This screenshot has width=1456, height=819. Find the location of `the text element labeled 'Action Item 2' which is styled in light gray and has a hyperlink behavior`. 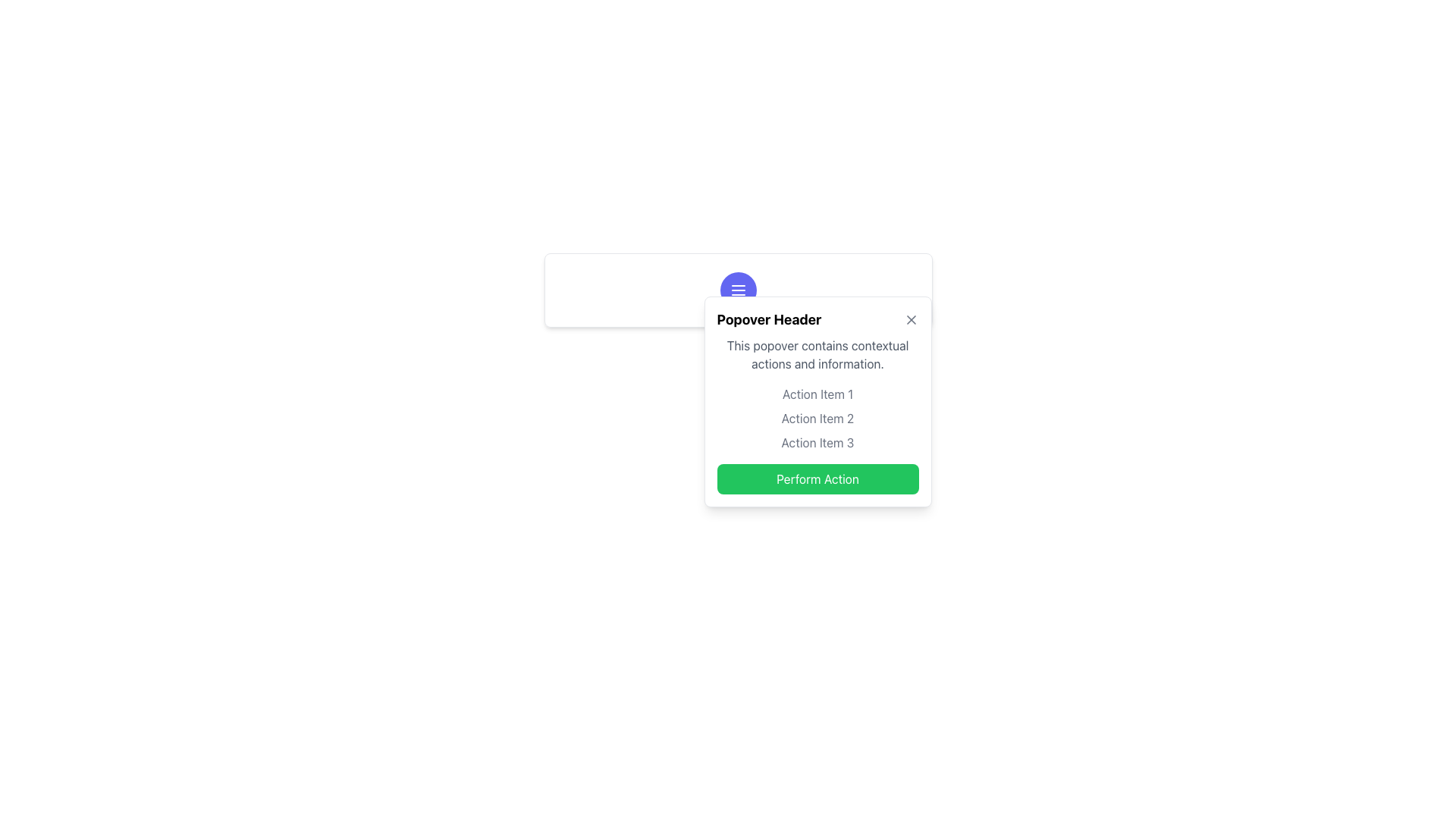

the text element labeled 'Action Item 2' which is styled in light gray and has a hyperlink behavior is located at coordinates (817, 418).